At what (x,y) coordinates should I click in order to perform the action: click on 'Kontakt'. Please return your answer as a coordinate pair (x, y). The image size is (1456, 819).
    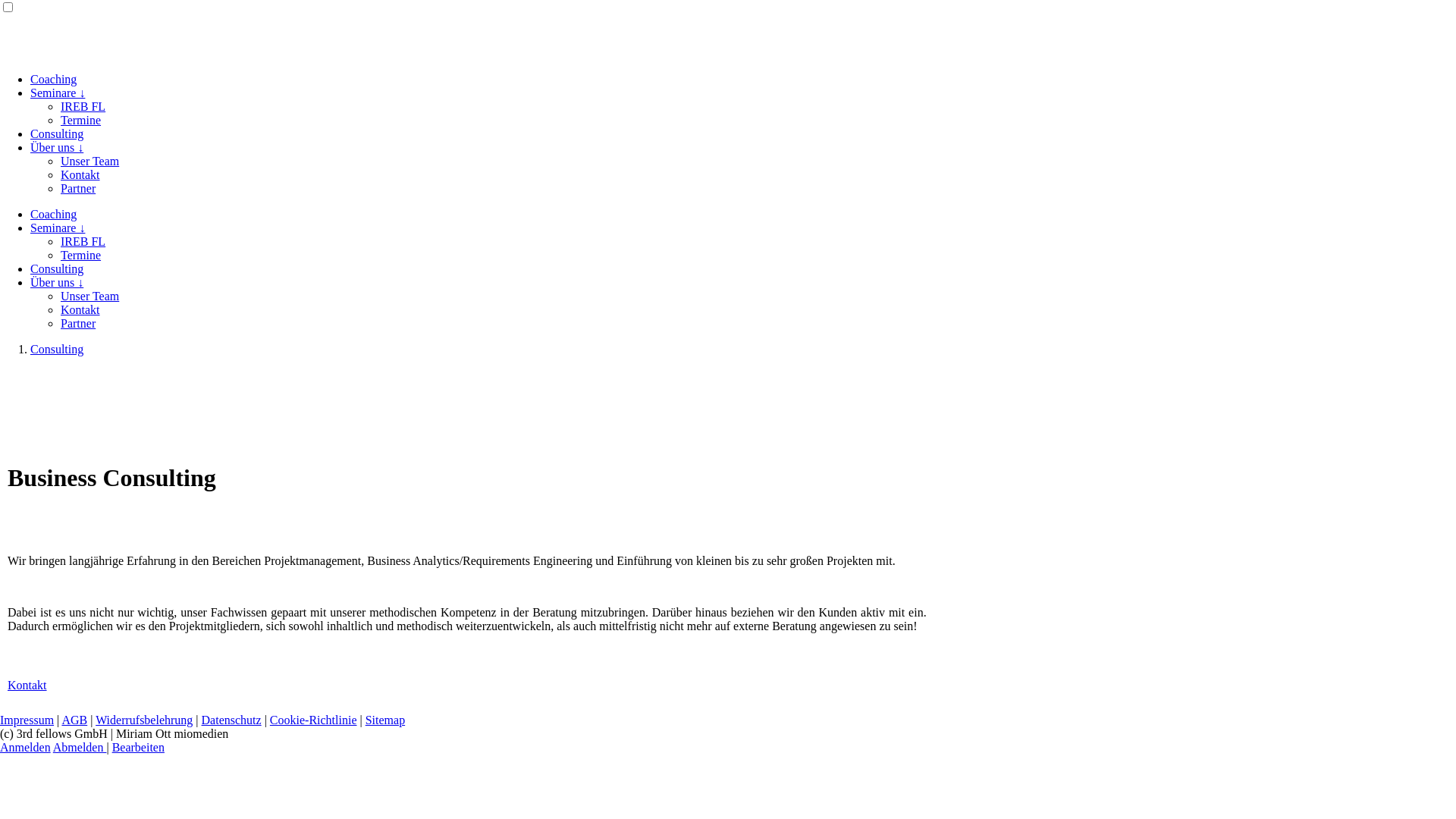
    Looking at the image, I should click on (61, 174).